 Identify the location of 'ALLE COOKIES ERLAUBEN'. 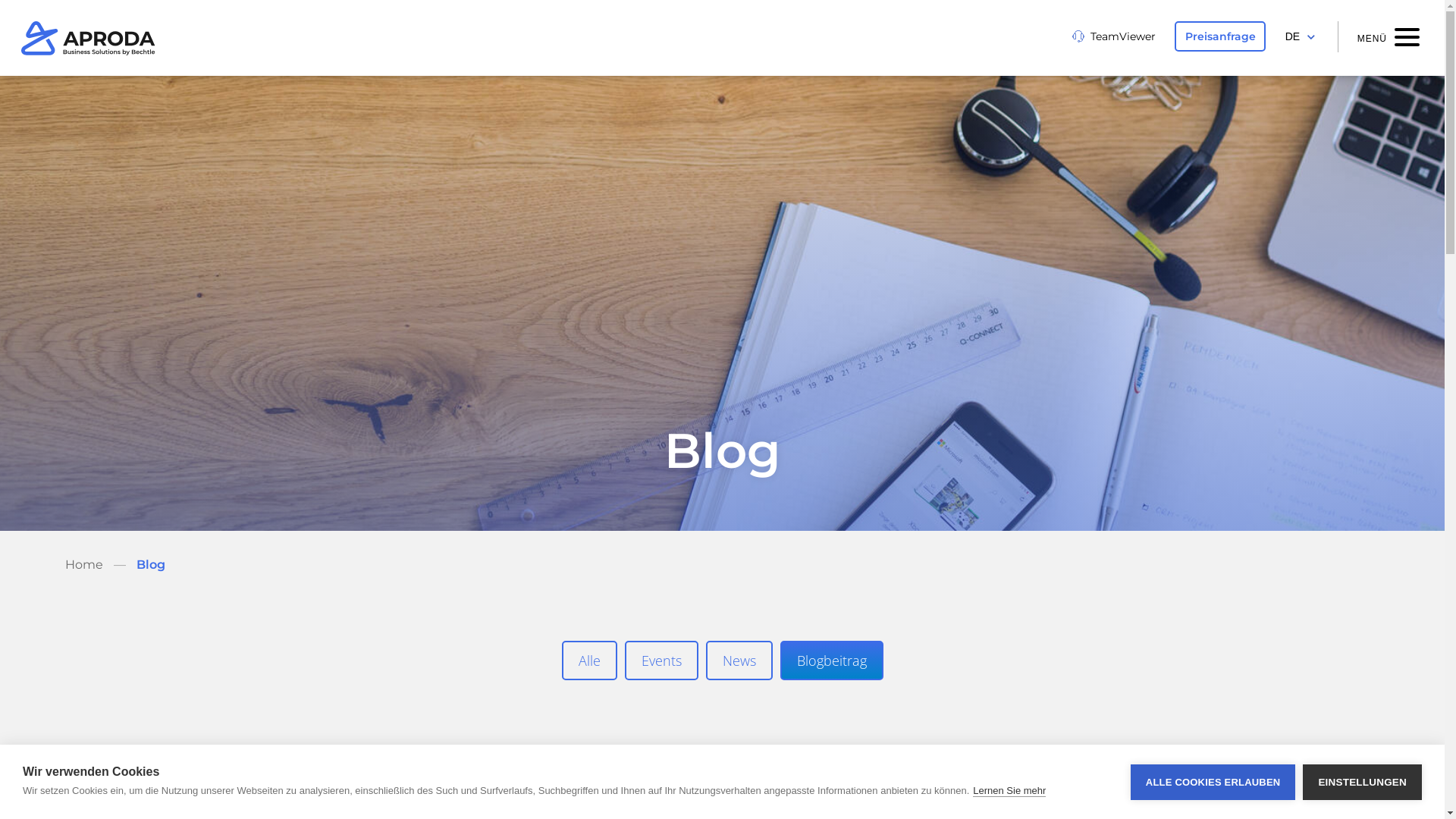
(1212, 782).